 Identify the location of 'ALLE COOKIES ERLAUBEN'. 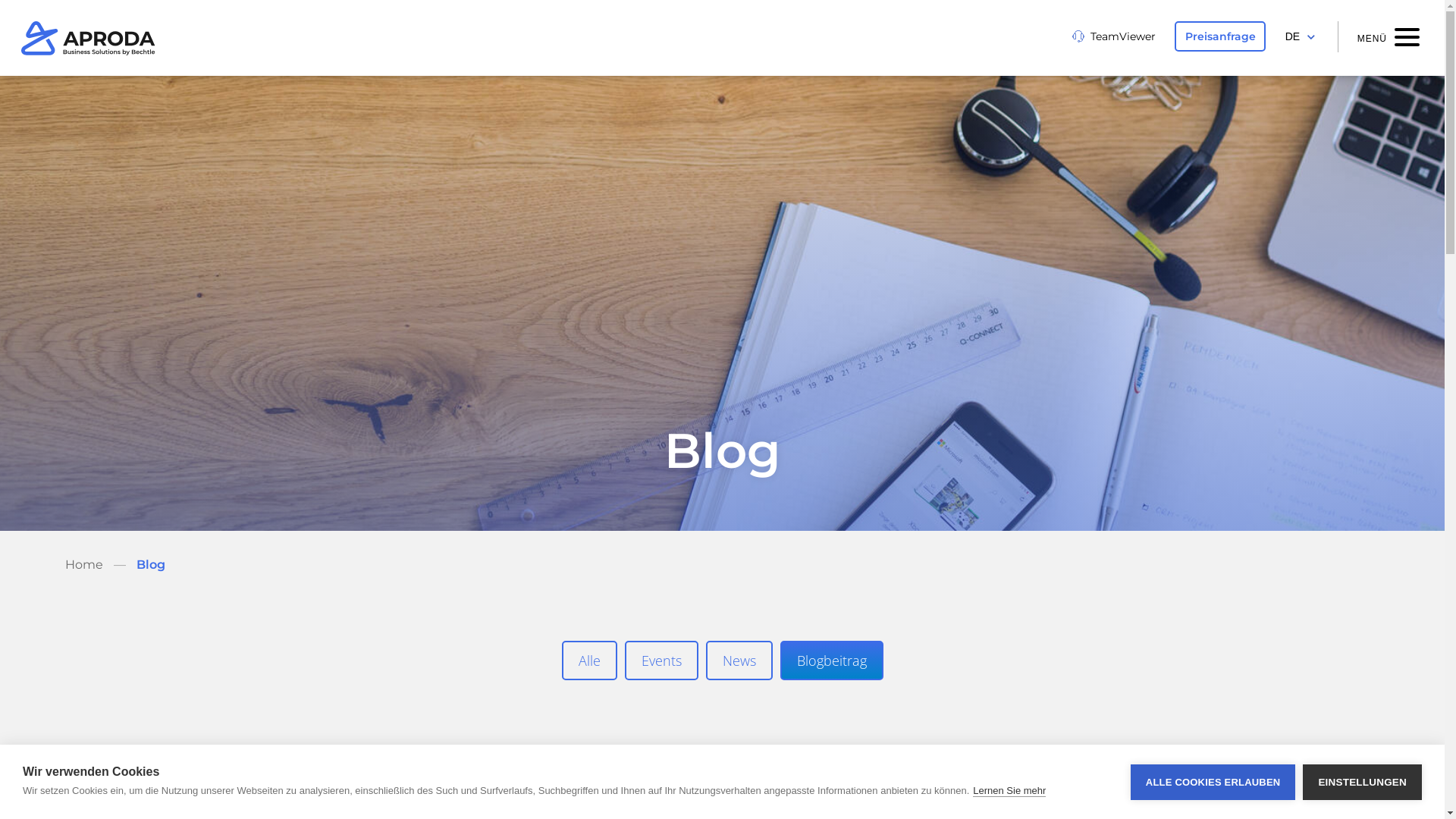
(1212, 782).